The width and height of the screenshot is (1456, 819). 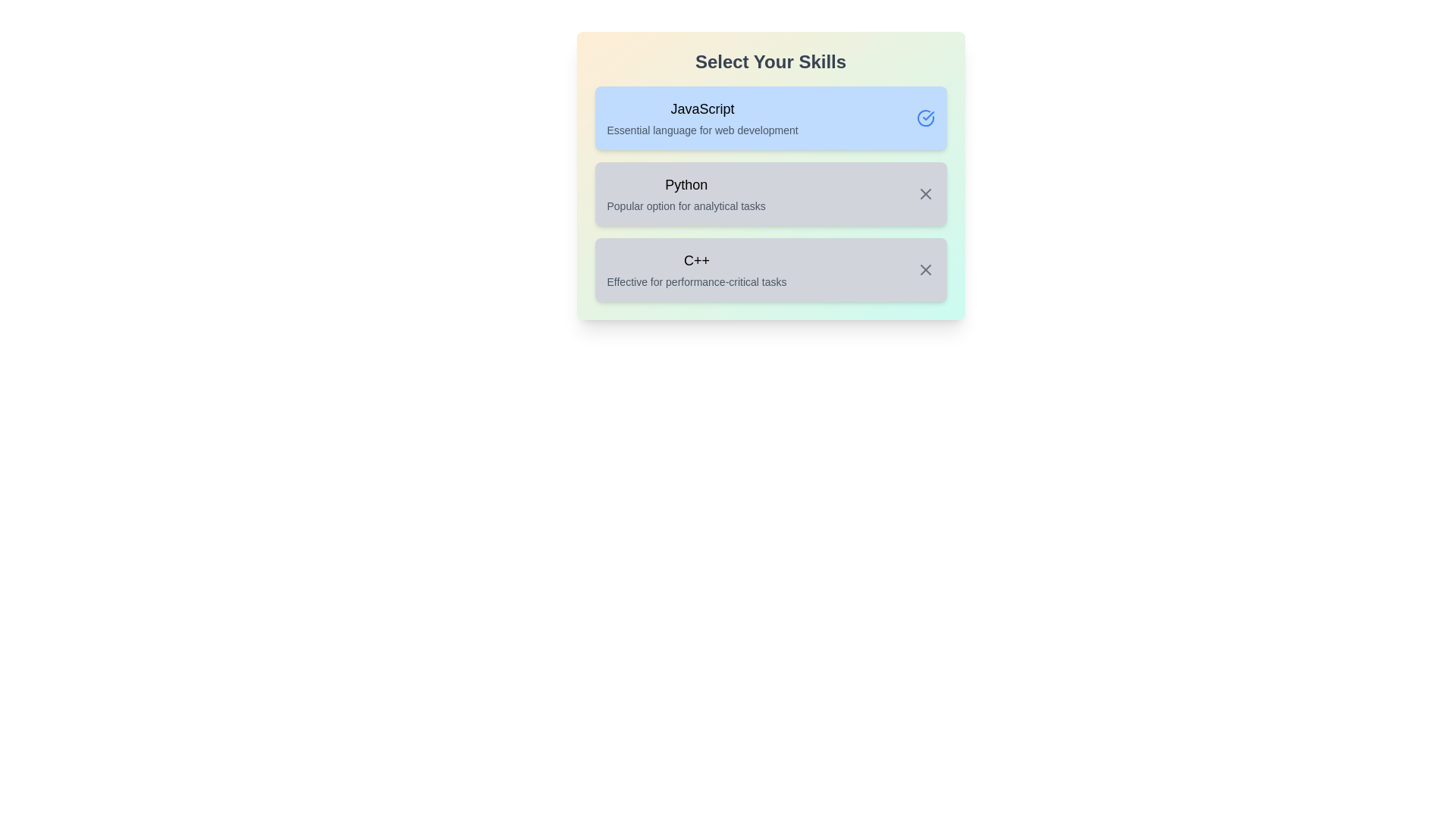 What do you see at coordinates (770, 117) in the screenshot?
I see `the skill item JavaScript to observe the hover effect` at bounding box center [770, 117].